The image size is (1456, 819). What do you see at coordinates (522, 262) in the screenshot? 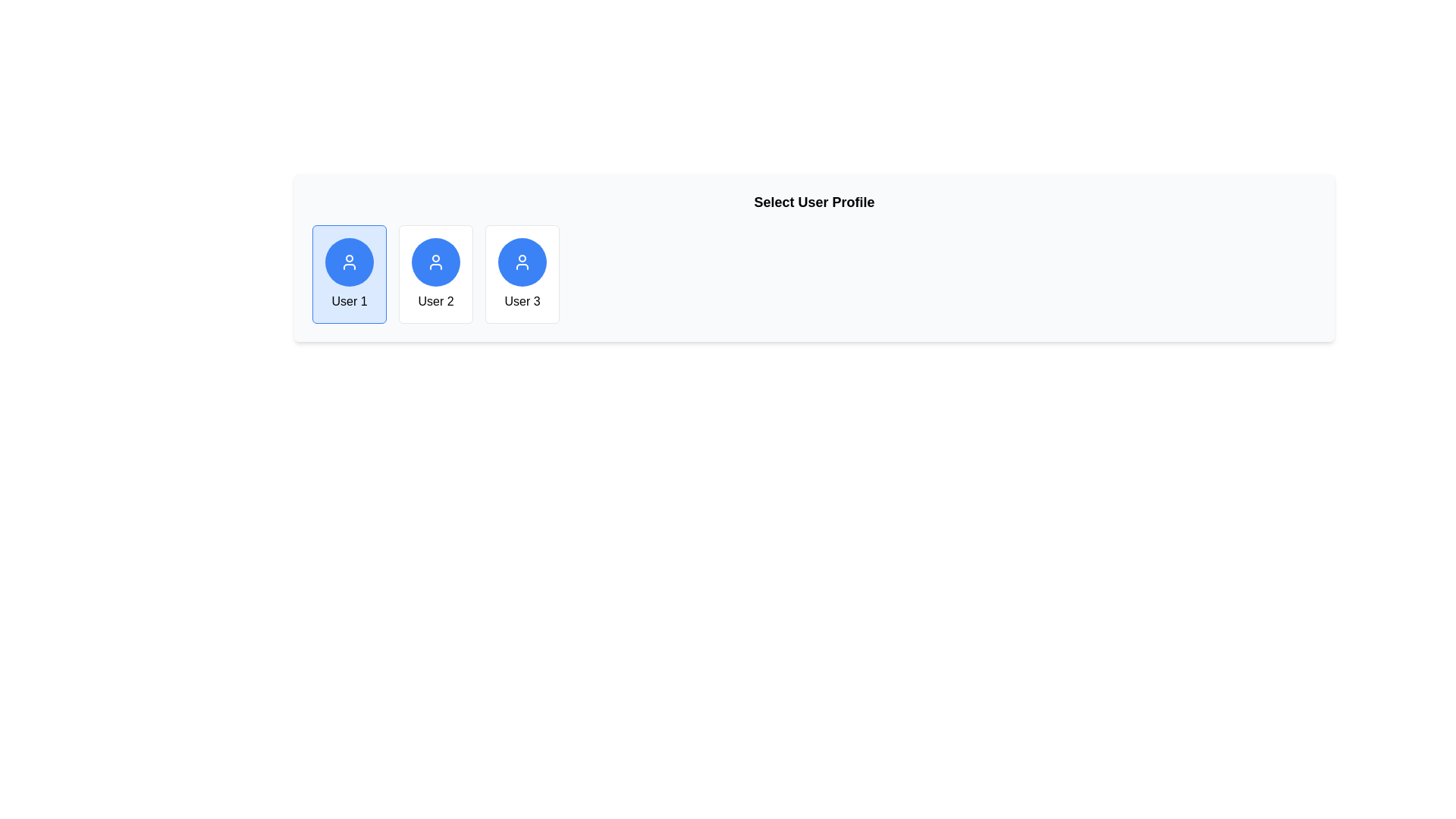
I see `the user profile icon representing 'User 1'` at bounding box center [522, 262].